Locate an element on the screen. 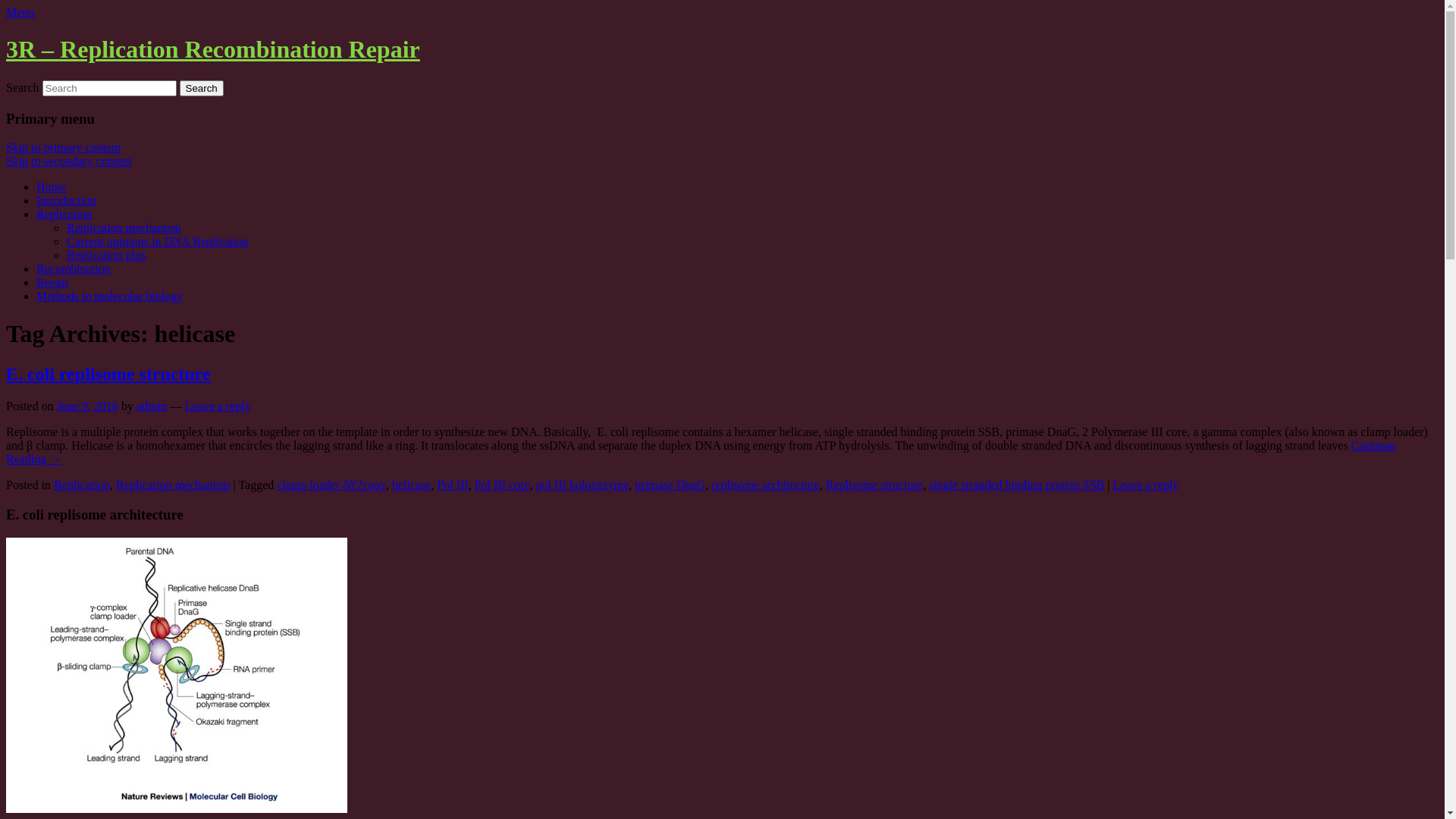 Image resolution: width=1456 pixels, height=819 pixels. 'pol III holoenzyme' is located at coordinates (582, 485).